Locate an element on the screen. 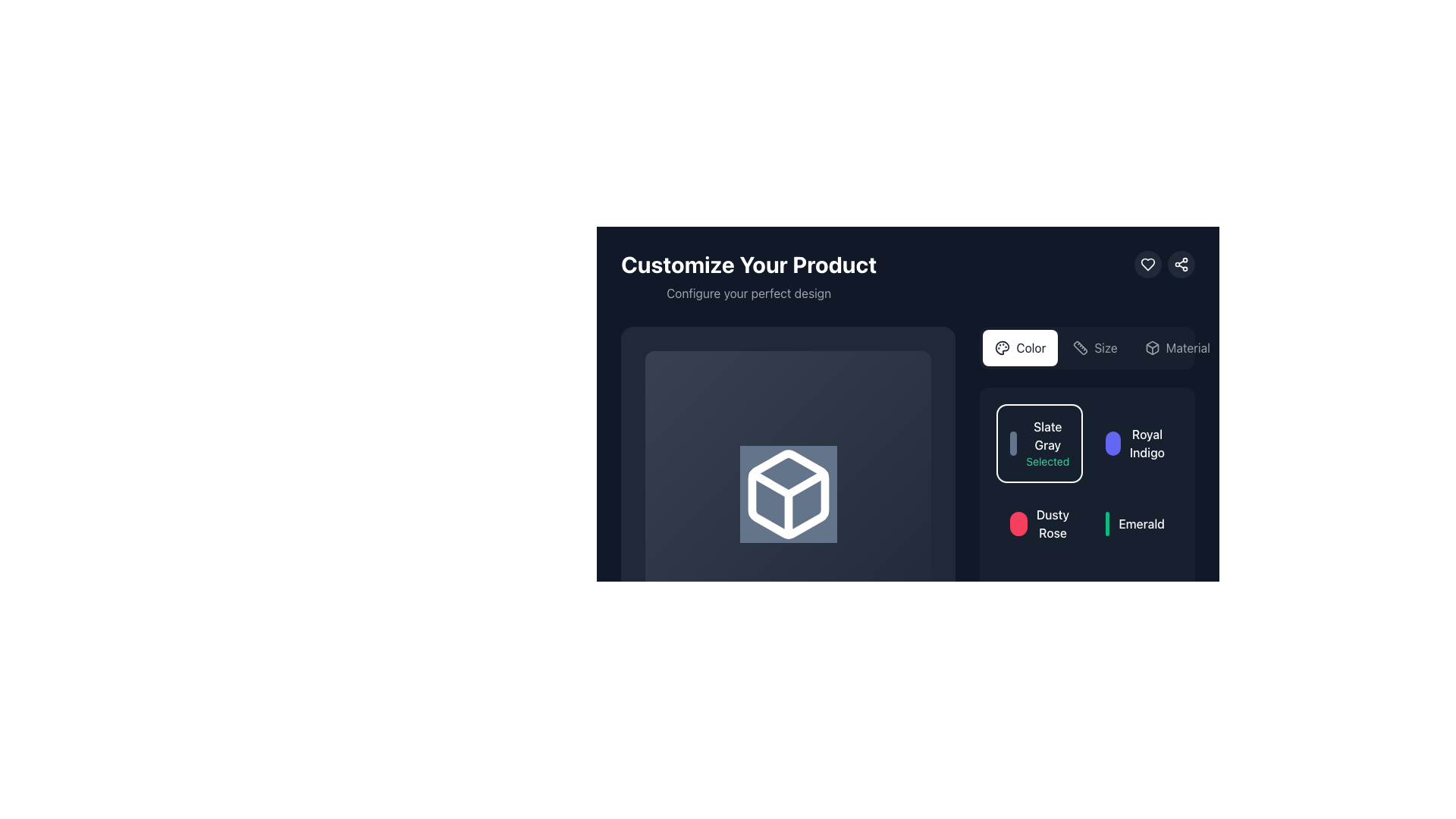 Image resolution: width=1456 pixels, height=819 pixels. 'Royal Indigo' label located in the top-right section of the interface under the 'Color' tab in the customization panel, positioned right of the 'Slate Gray' selection is located at coordinates (1147, 444).